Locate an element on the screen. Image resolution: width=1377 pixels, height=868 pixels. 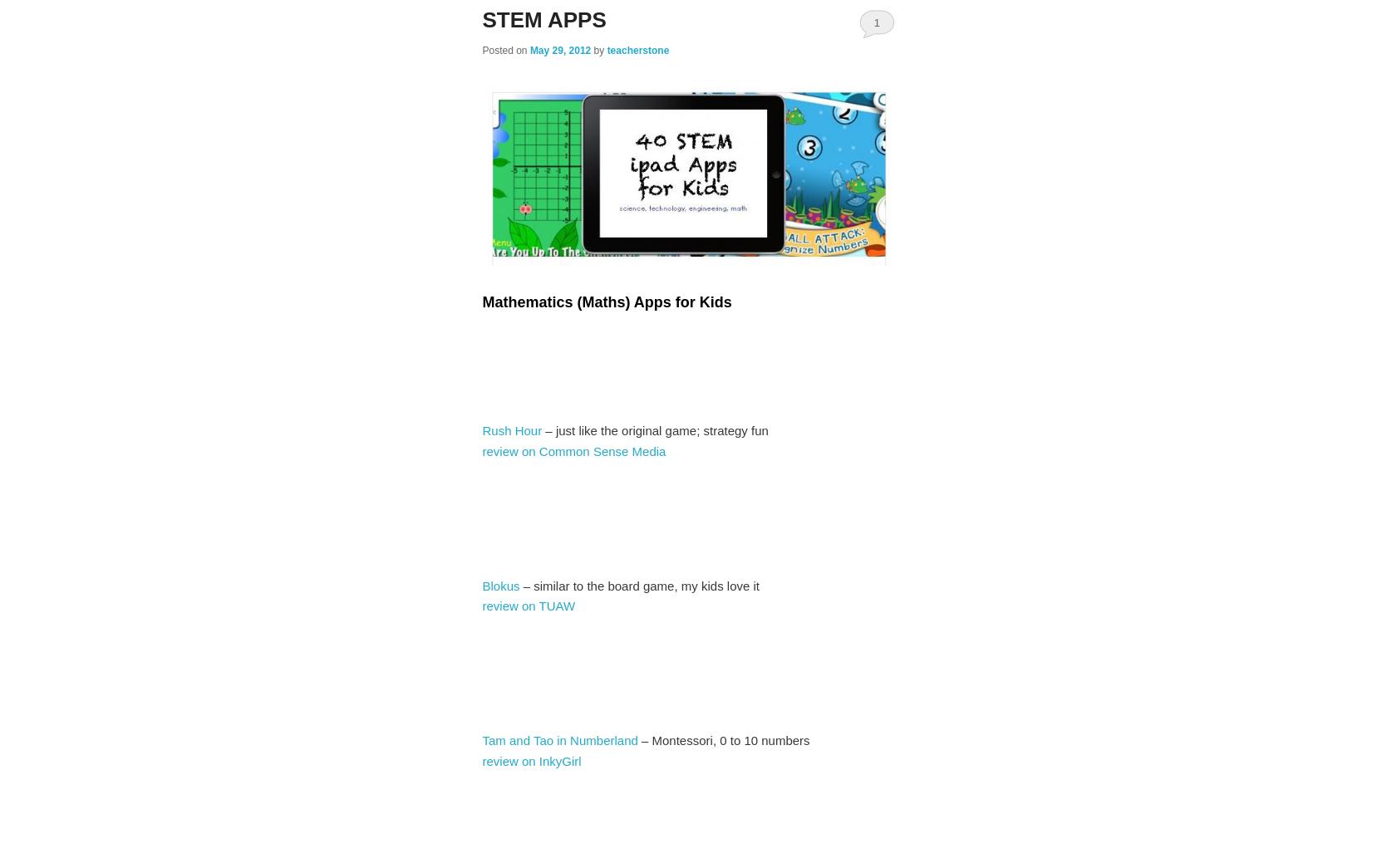
'teacherstone' is located at coordinates (606, 51).